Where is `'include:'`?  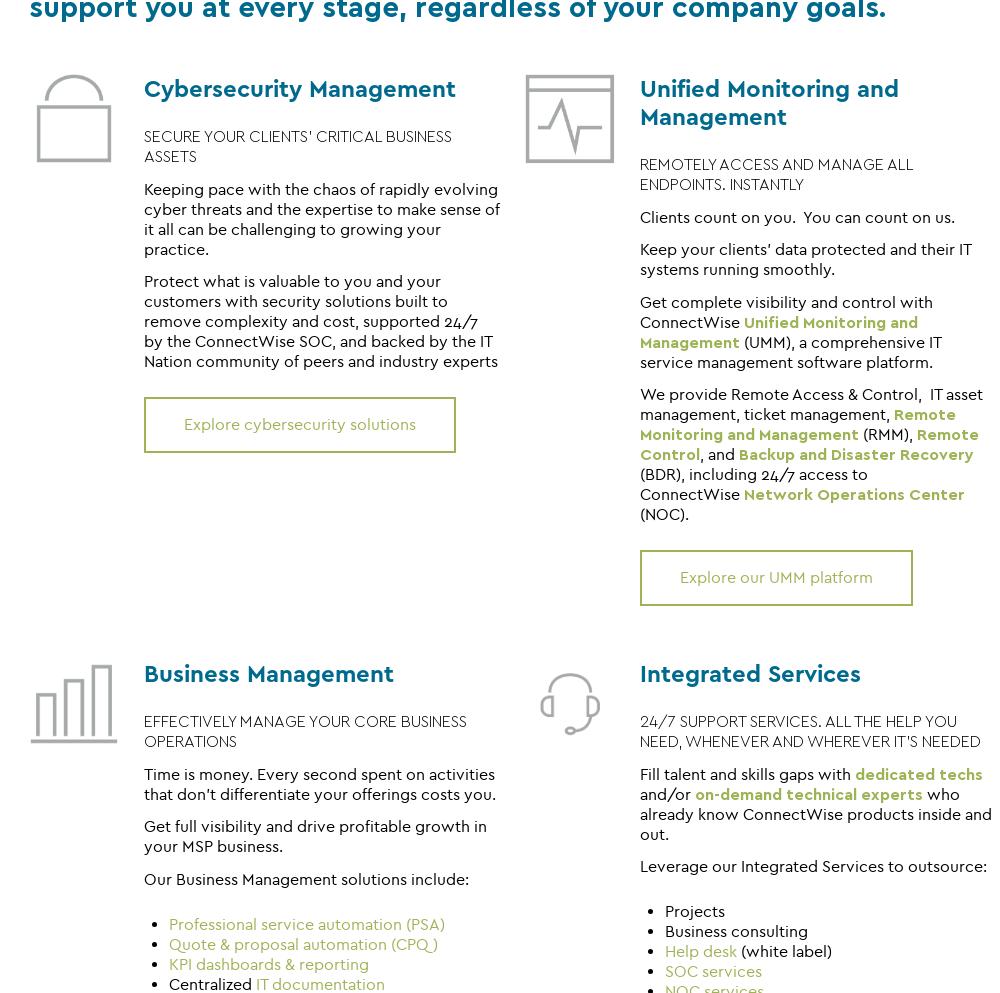
'include:' is located at coordinates (407, 877).